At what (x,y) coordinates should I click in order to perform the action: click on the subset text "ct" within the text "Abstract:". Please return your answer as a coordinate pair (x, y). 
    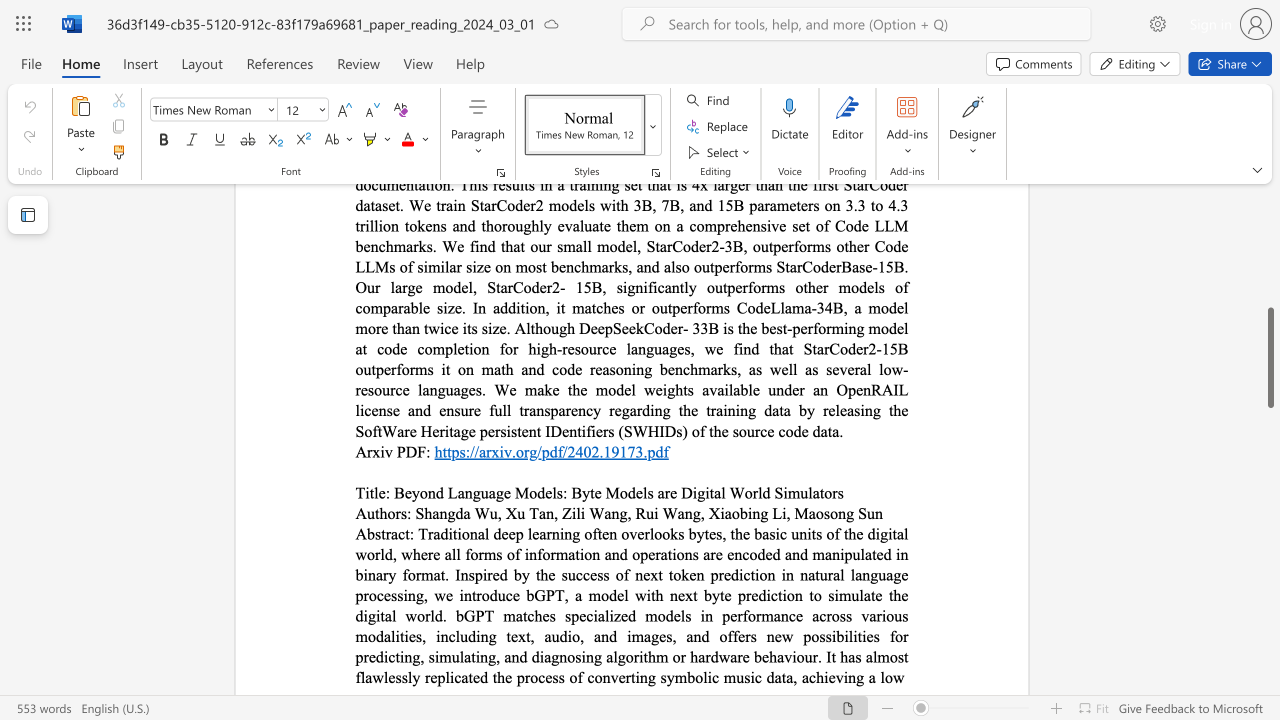
    Looking at the image, I should click on (398, 532).